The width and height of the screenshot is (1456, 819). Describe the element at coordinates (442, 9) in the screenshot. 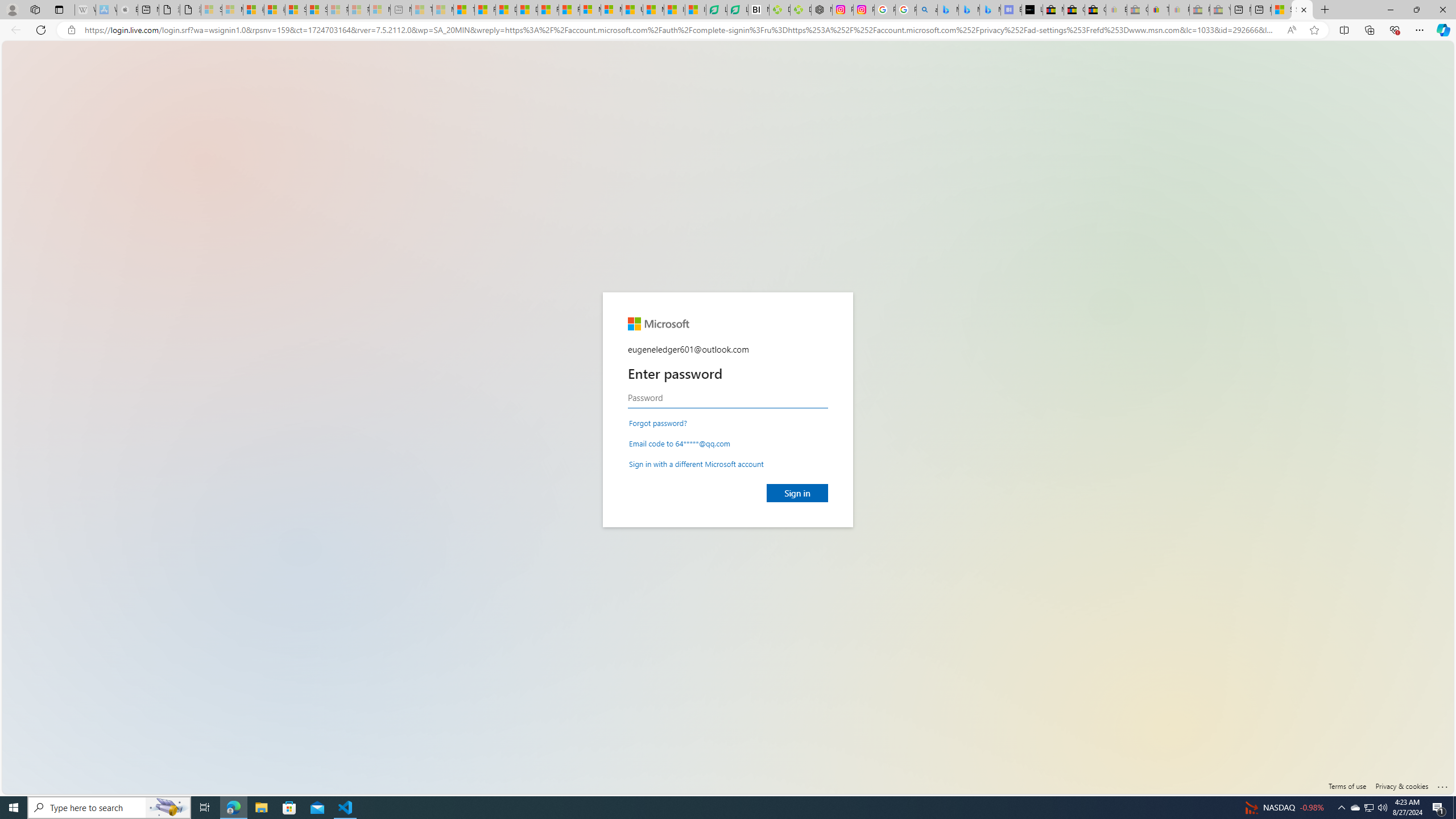

I see `'Marine life - MSN - Sleeping'` at that location.